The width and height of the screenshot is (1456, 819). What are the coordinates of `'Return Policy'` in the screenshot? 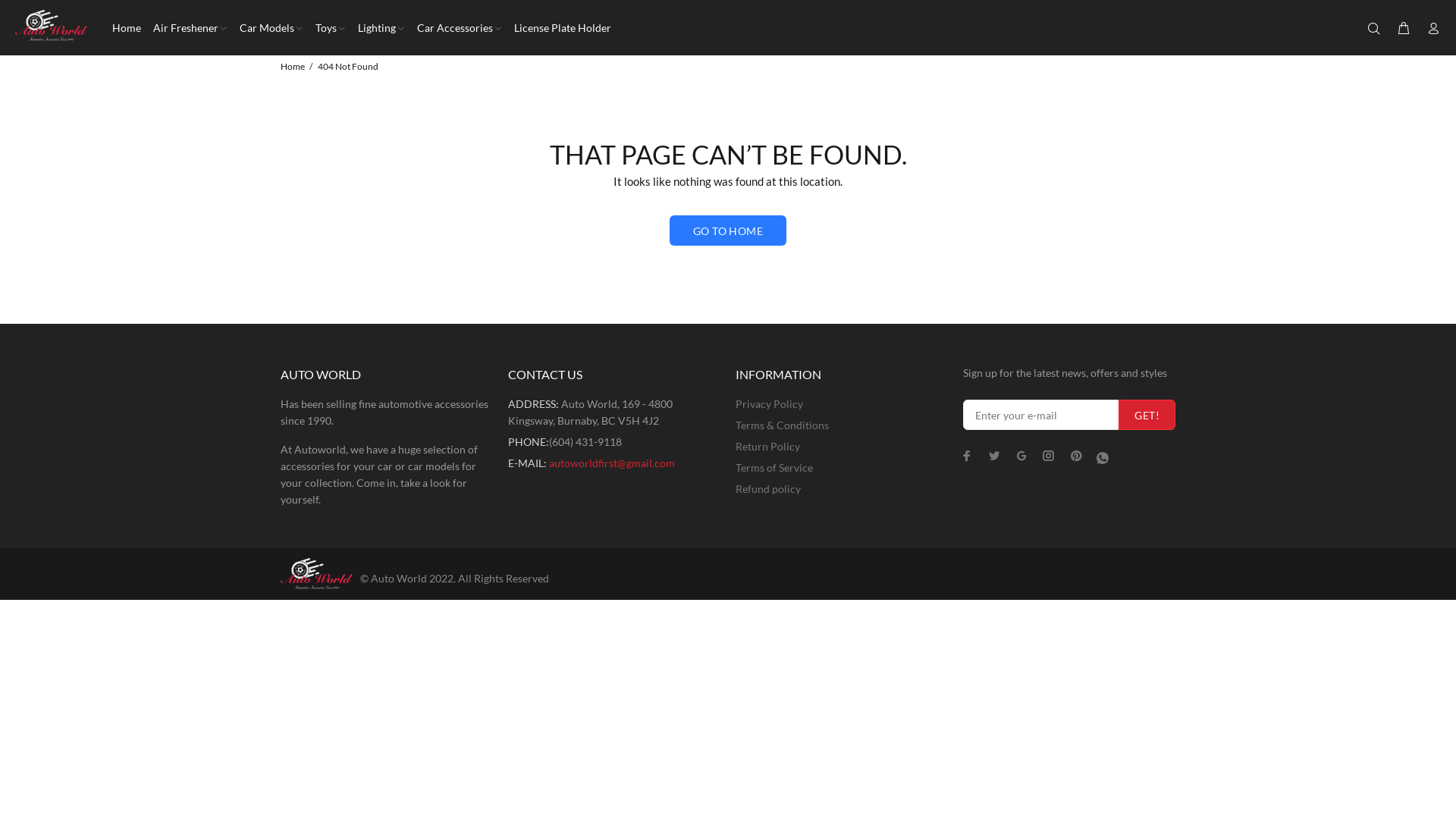 It's located at (767, 446).